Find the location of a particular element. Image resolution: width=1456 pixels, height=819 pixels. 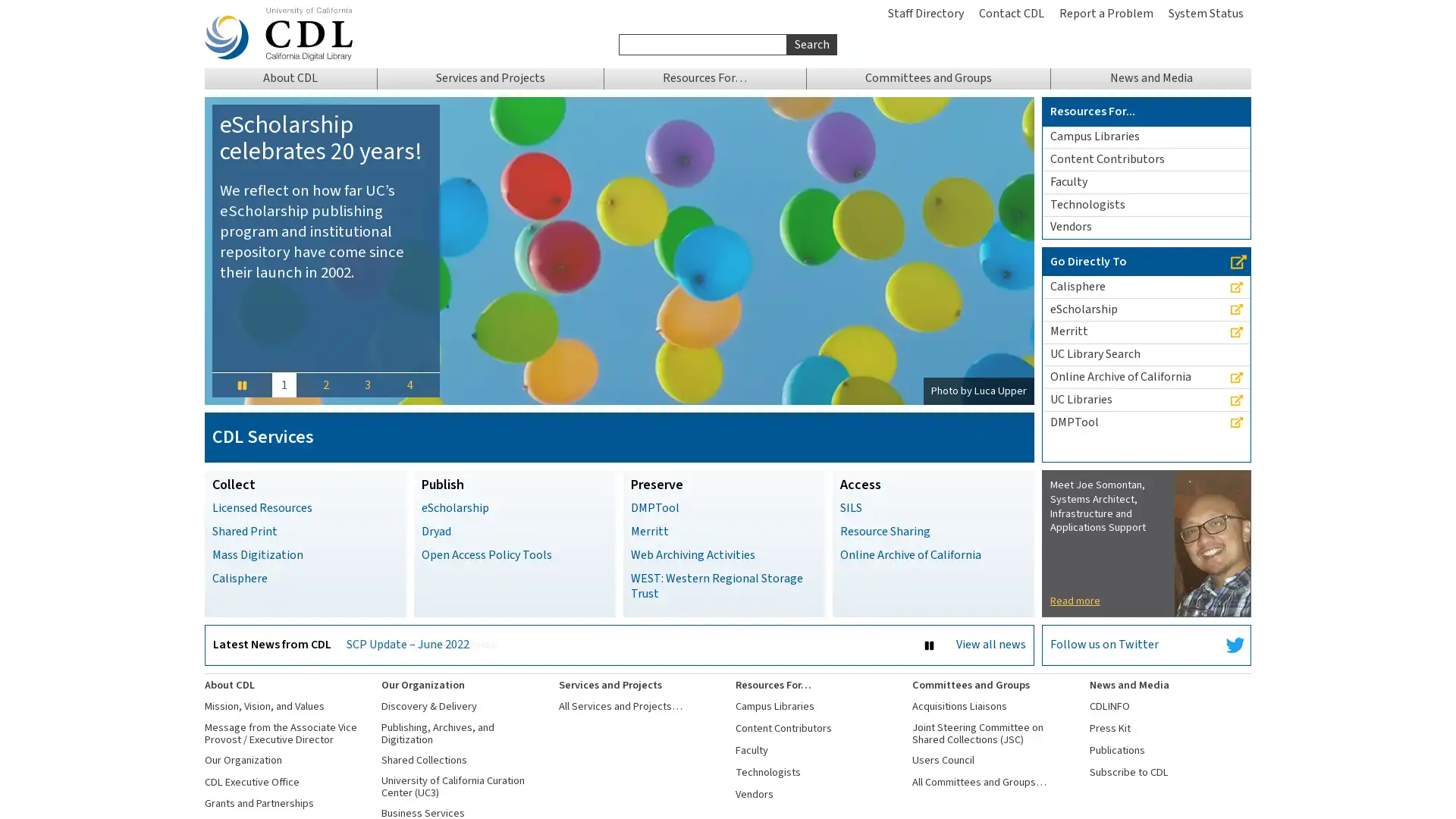

Search is located at coordinates (811, 43).